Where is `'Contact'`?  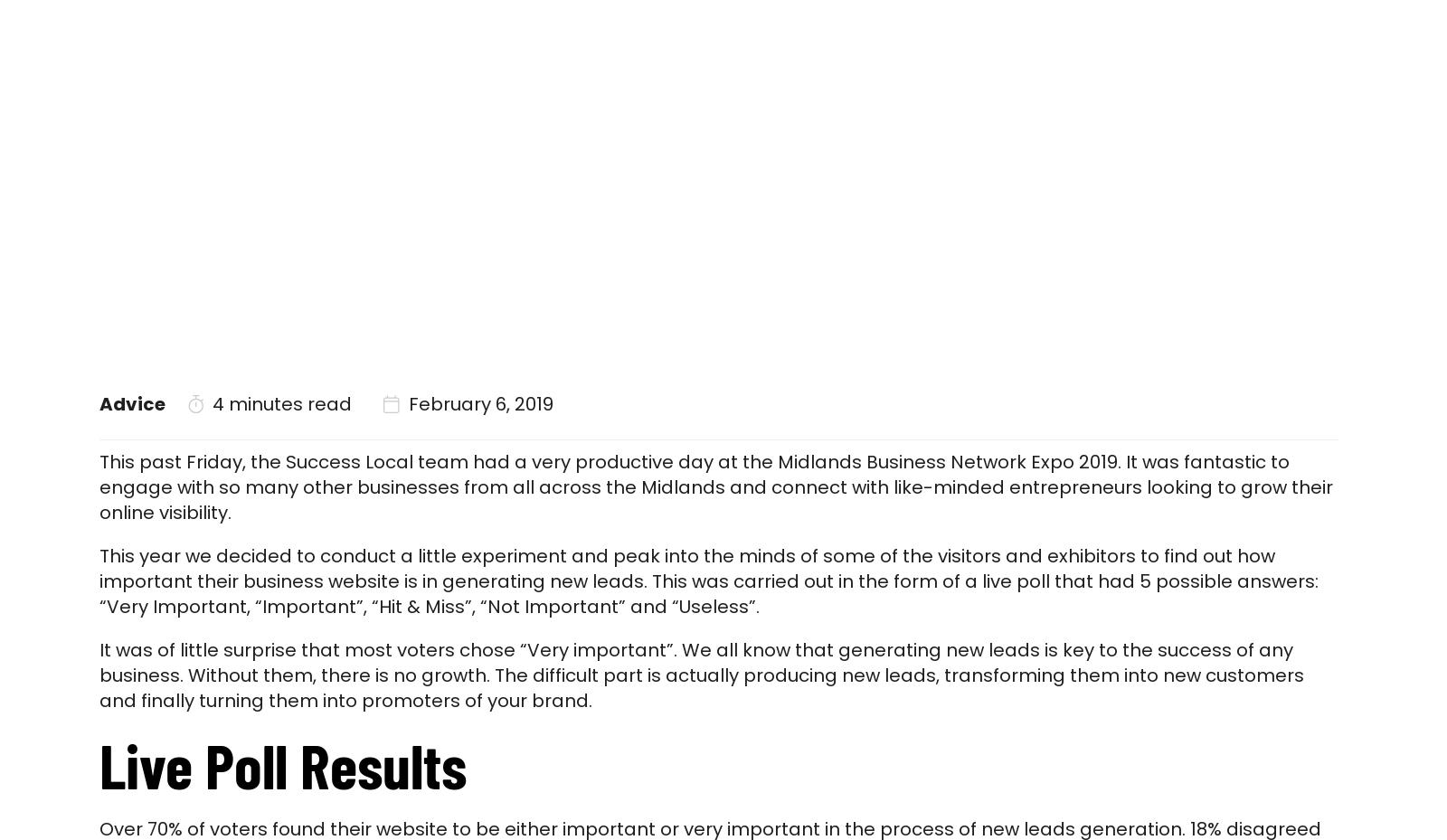
'Contact' is located at coordinates (1247, 46).